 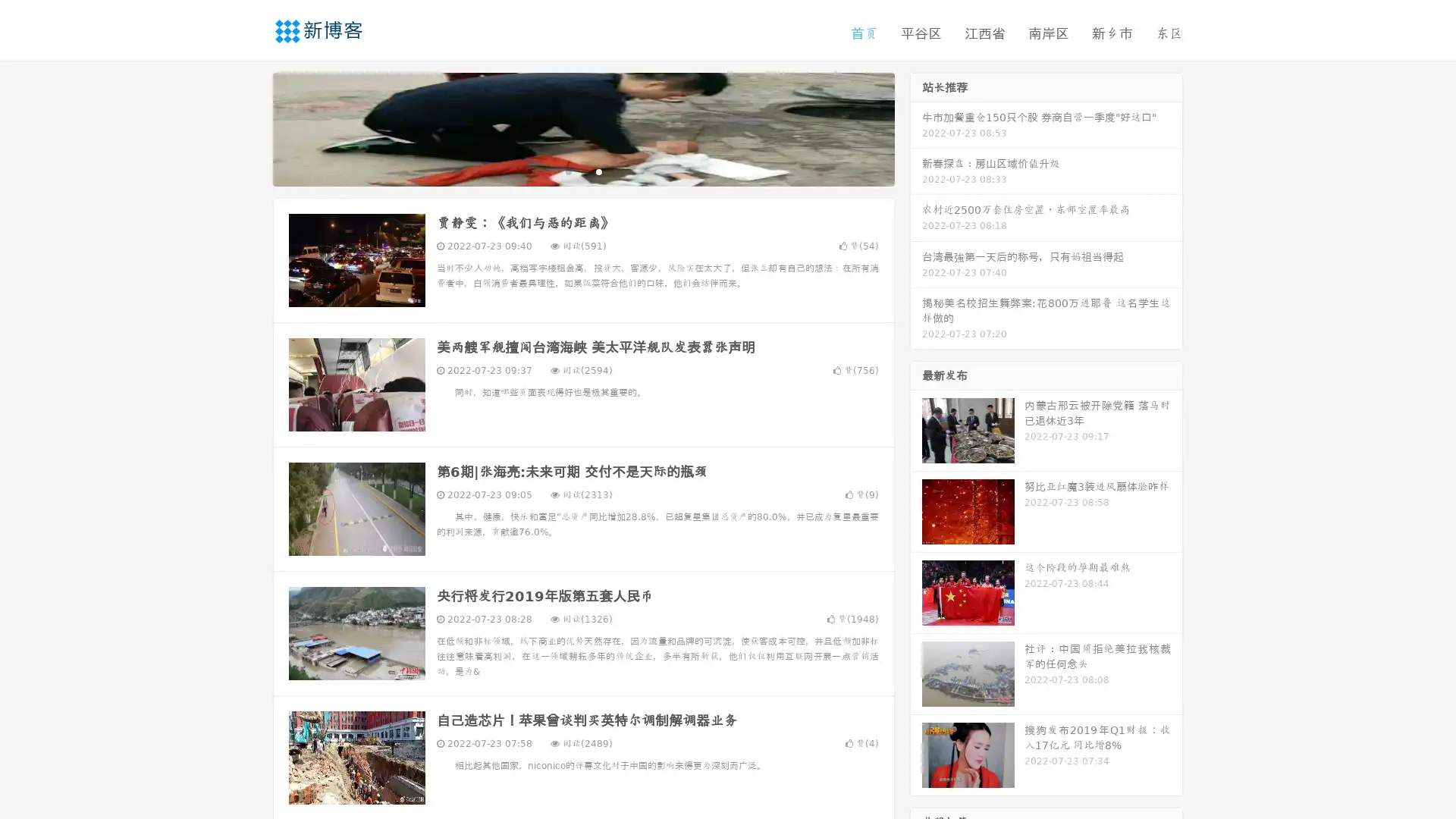 I want to click on Next slide, so click(x=916, y=127).